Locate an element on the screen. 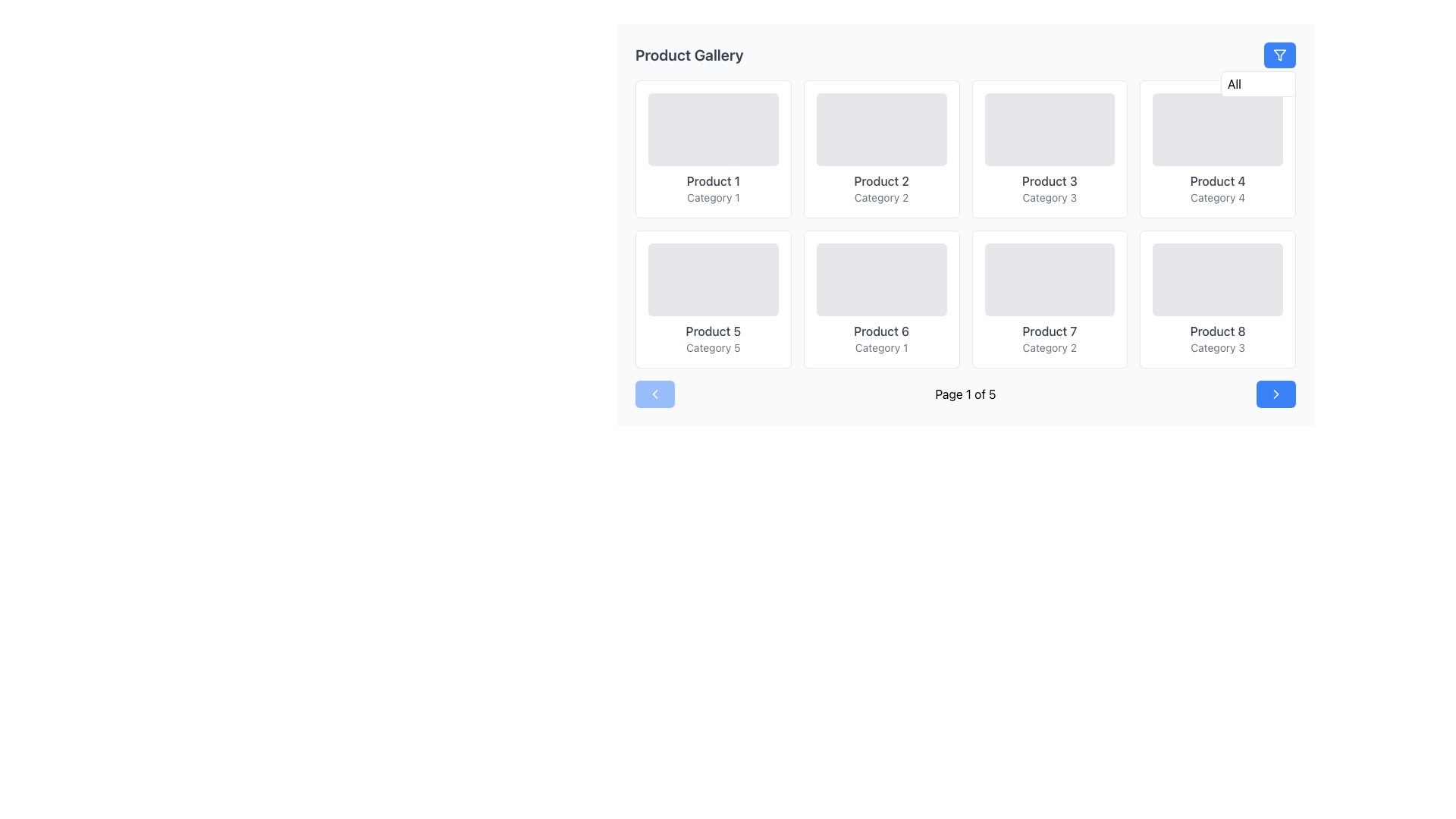  the text label displaying 'Product 1' which is positioned on the first product card in the grid layout, below the image placeholder and above the 'Category 1' label is located at coordinates (712, 180).